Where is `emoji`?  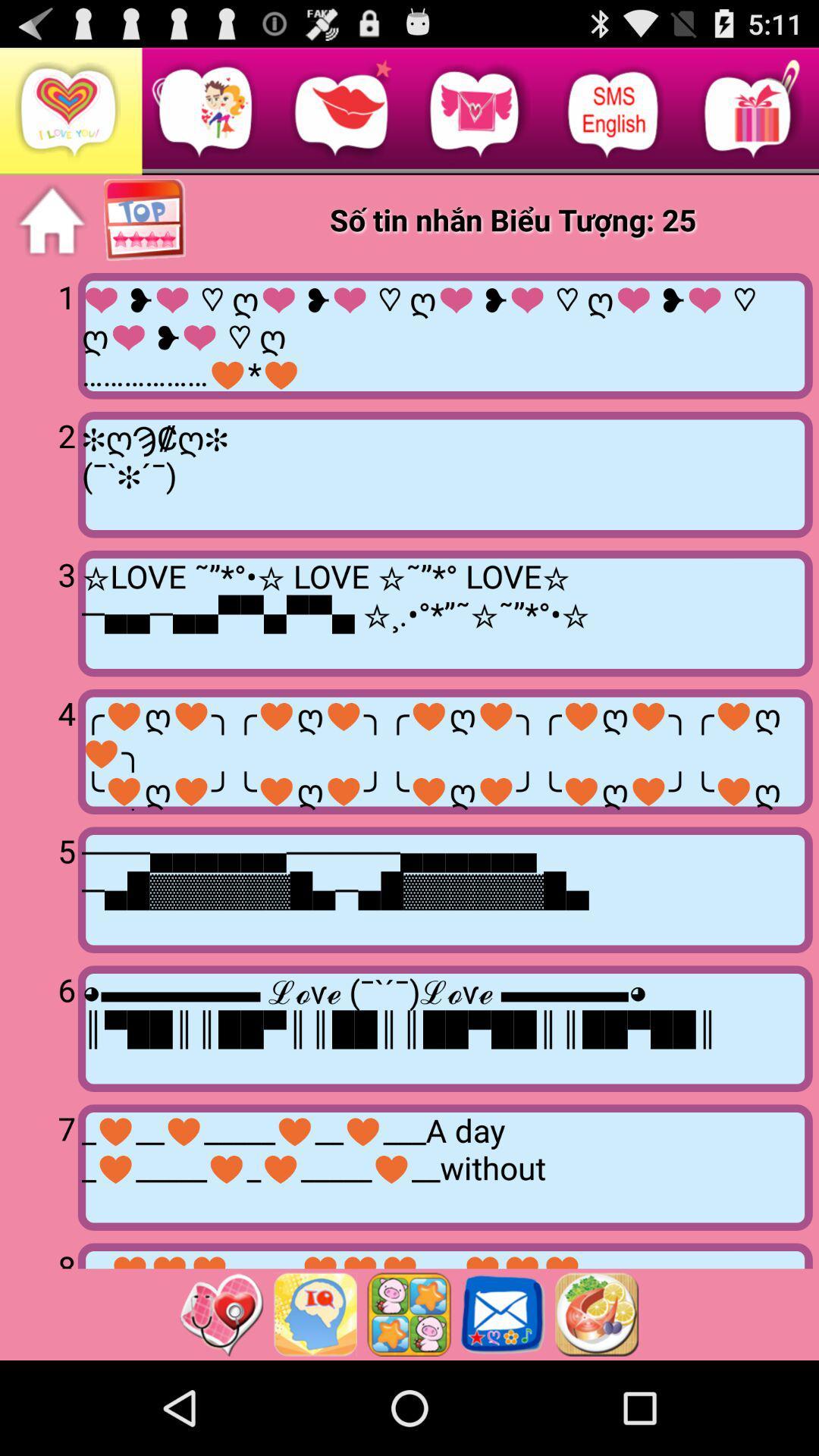 emoji is located at coordinates (408, 1313).